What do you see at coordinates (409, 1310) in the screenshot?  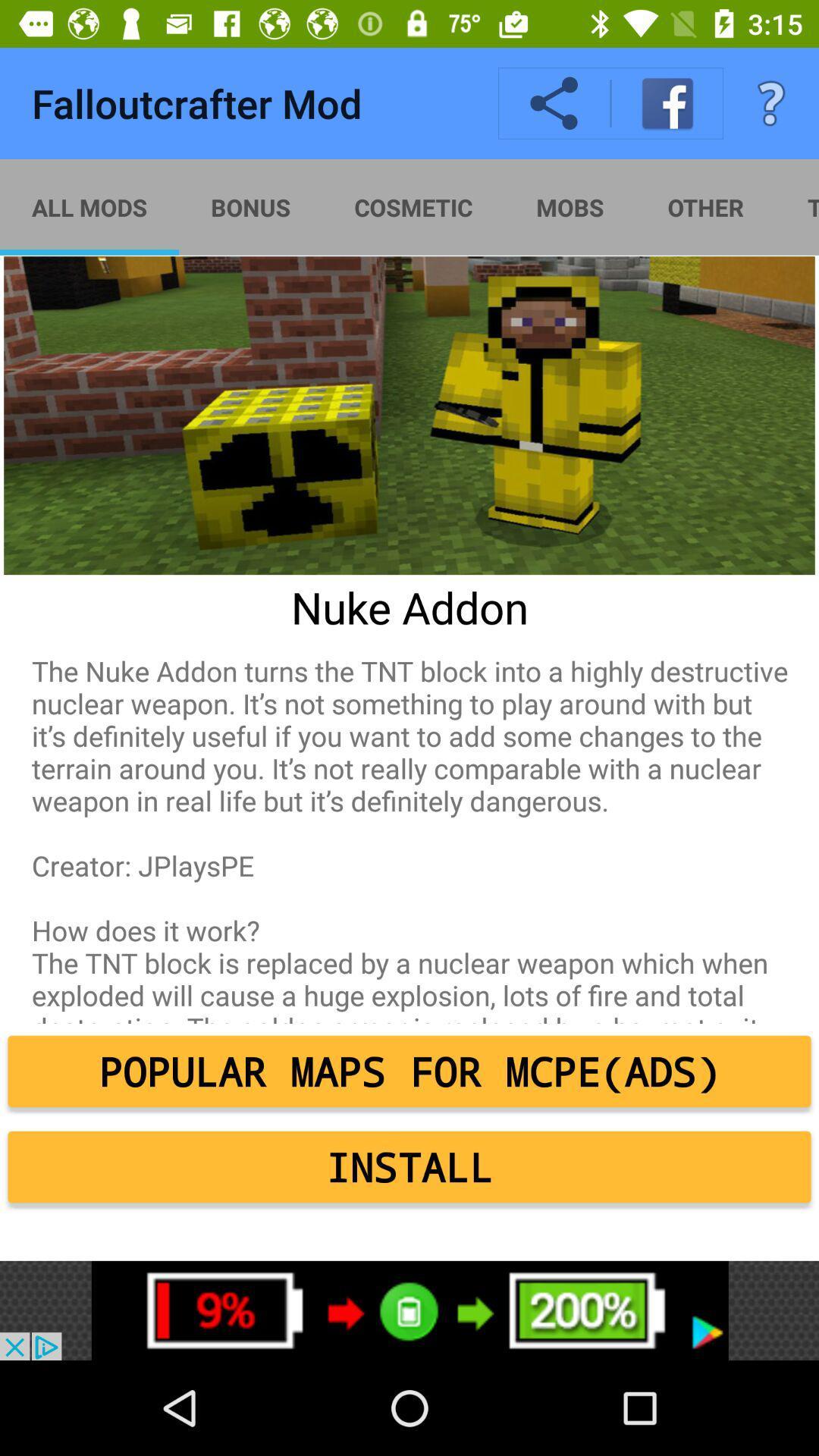 I see `advertisement banner` at bounding box center [409, 1310].